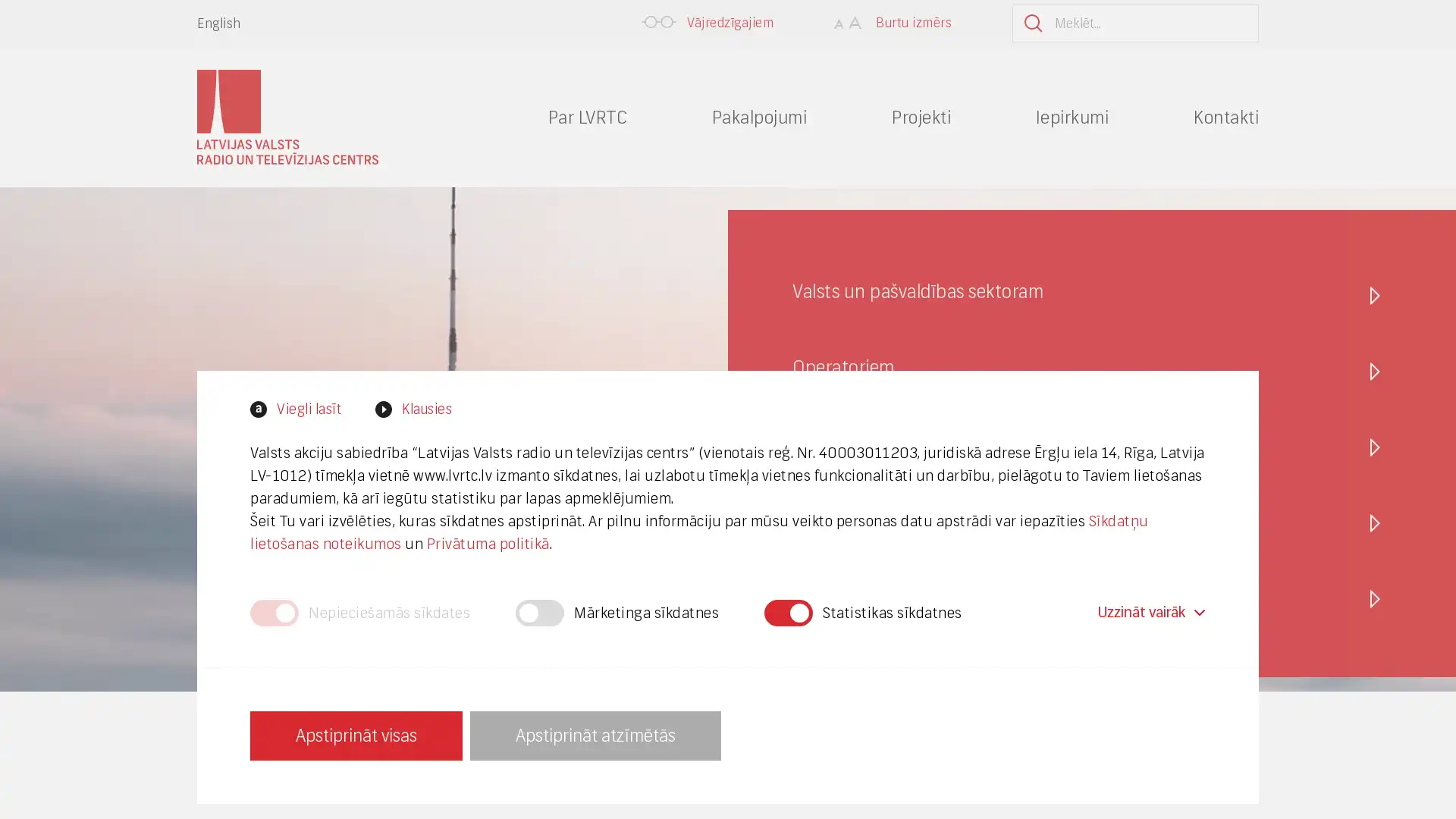  I want to click on Apstiprinat visas, so click(356, 734).